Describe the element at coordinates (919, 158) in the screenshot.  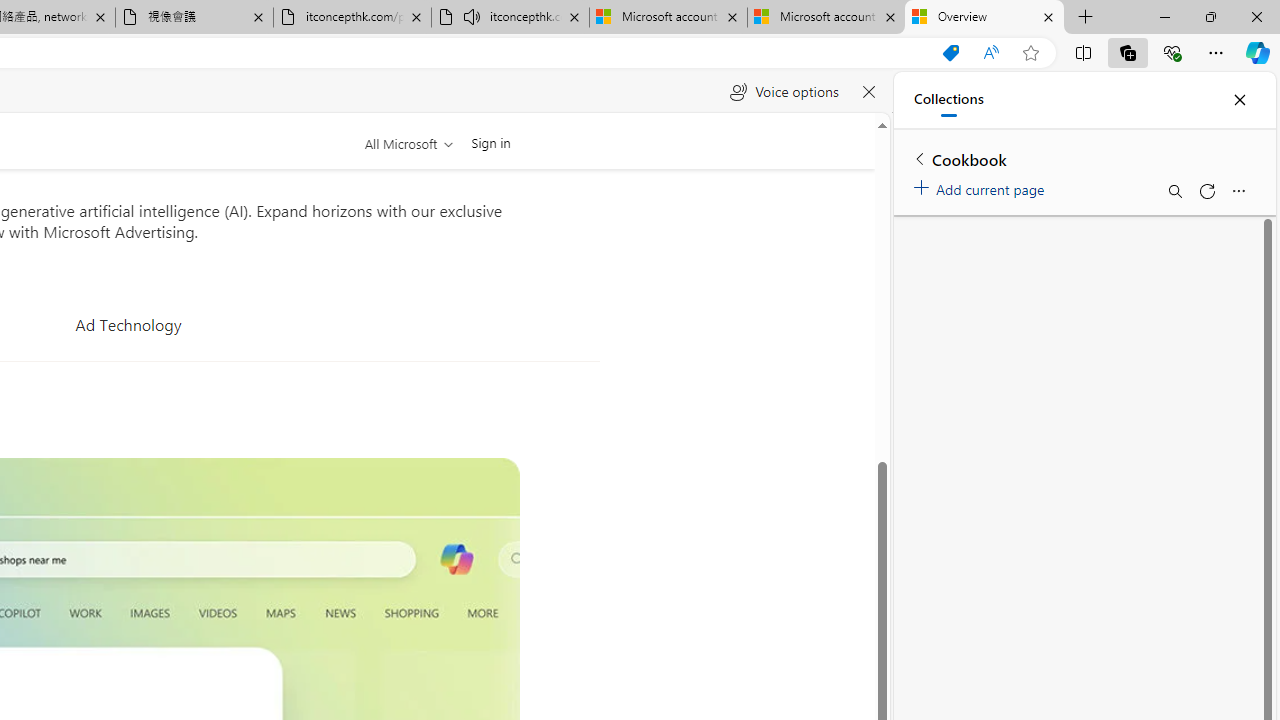
I see `'Back to list of collections'` at that location.